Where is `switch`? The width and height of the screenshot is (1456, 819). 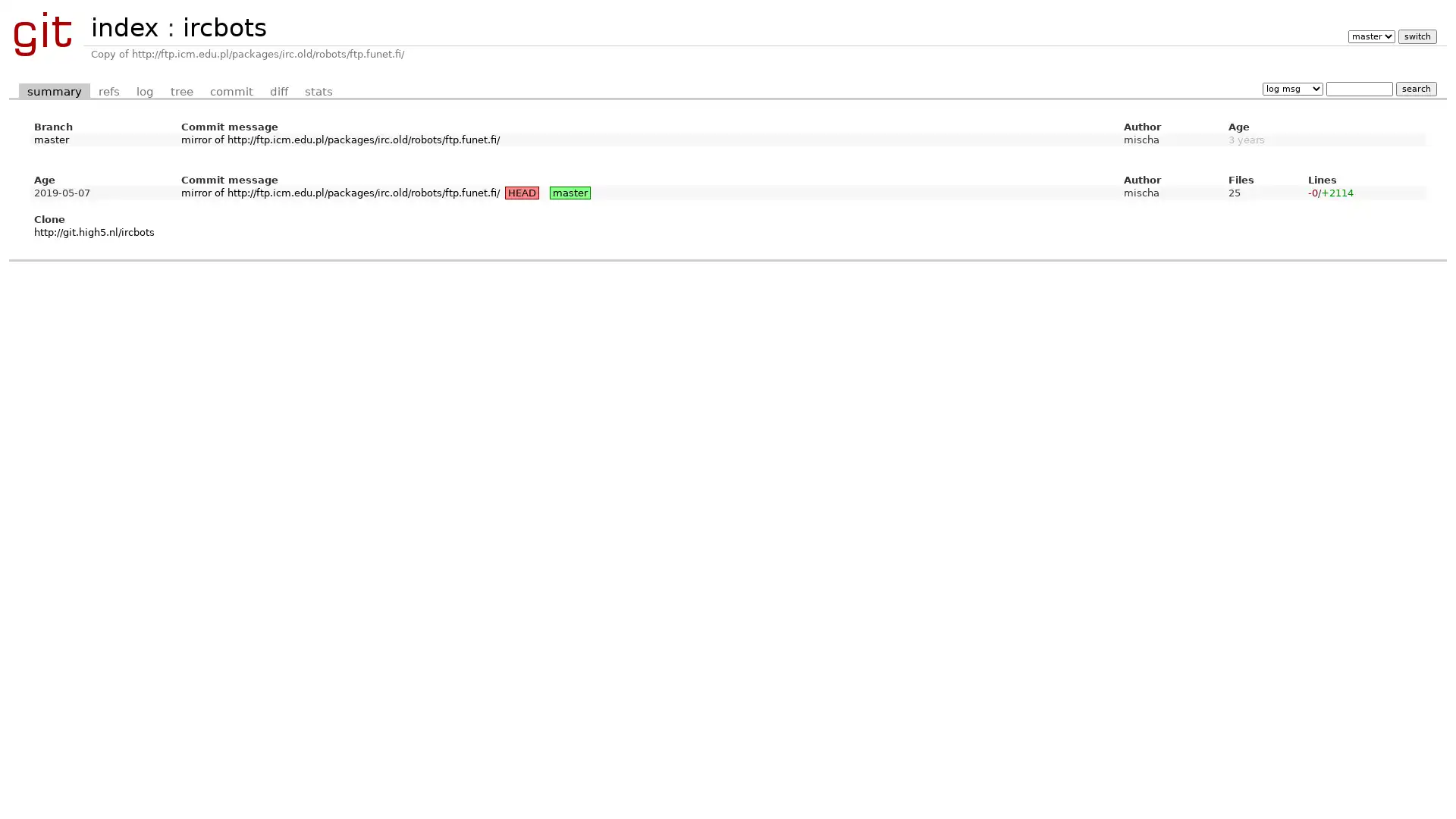
switch is located at coordinates (1416, 36).